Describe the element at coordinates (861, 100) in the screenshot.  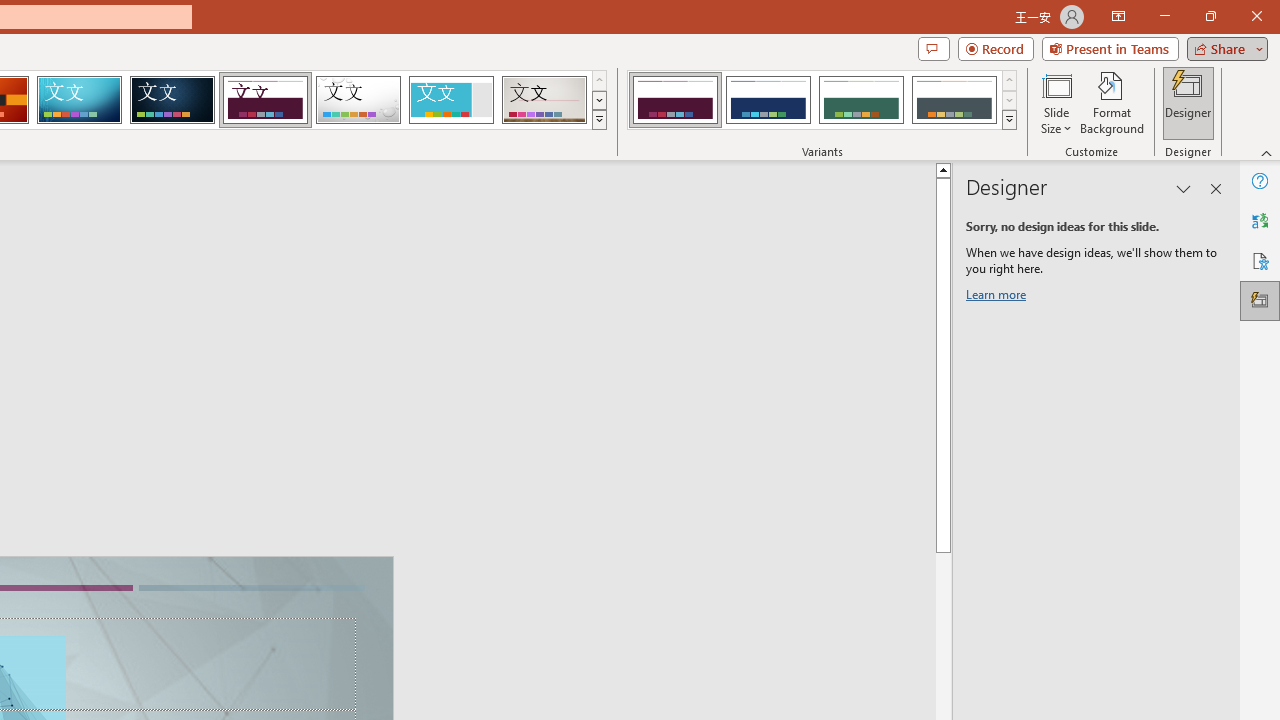
I see `'Dividend Variant 3'` at that location.